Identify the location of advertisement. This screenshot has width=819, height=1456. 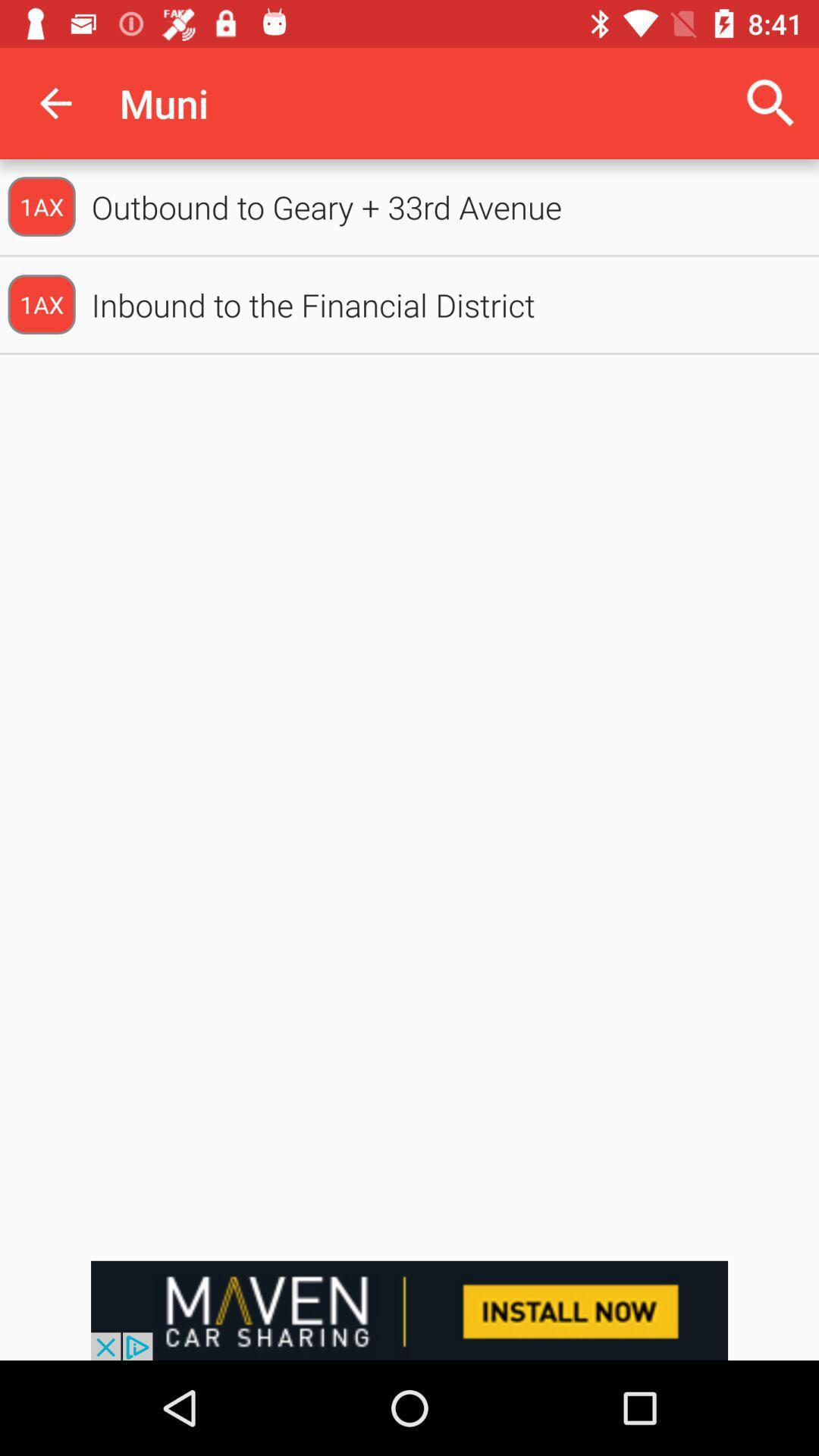
(409, 1310).